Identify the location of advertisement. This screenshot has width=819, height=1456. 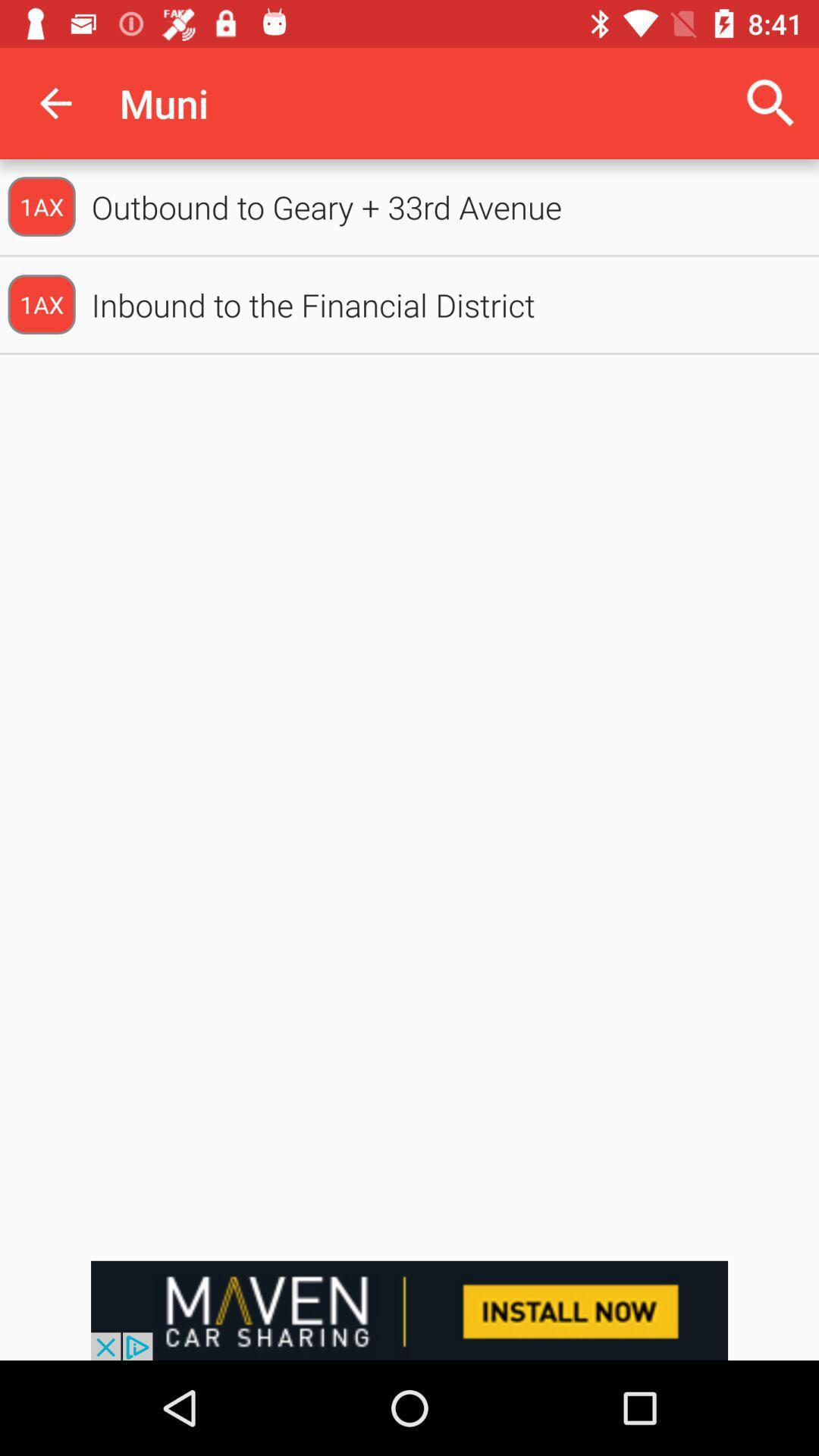
(409, 1310).